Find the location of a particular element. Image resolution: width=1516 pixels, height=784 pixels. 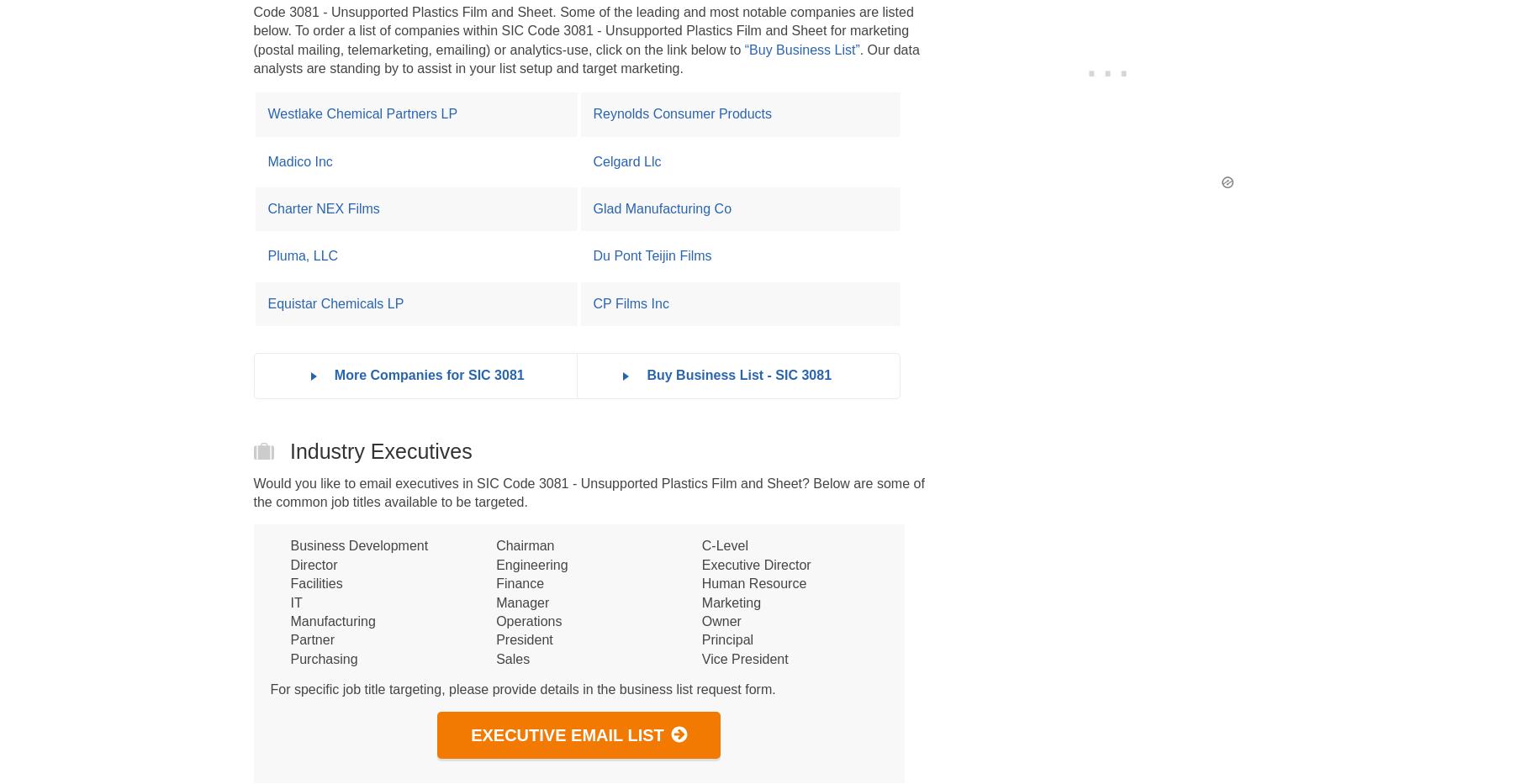

'Owner' is located at coordinates (720, 620).